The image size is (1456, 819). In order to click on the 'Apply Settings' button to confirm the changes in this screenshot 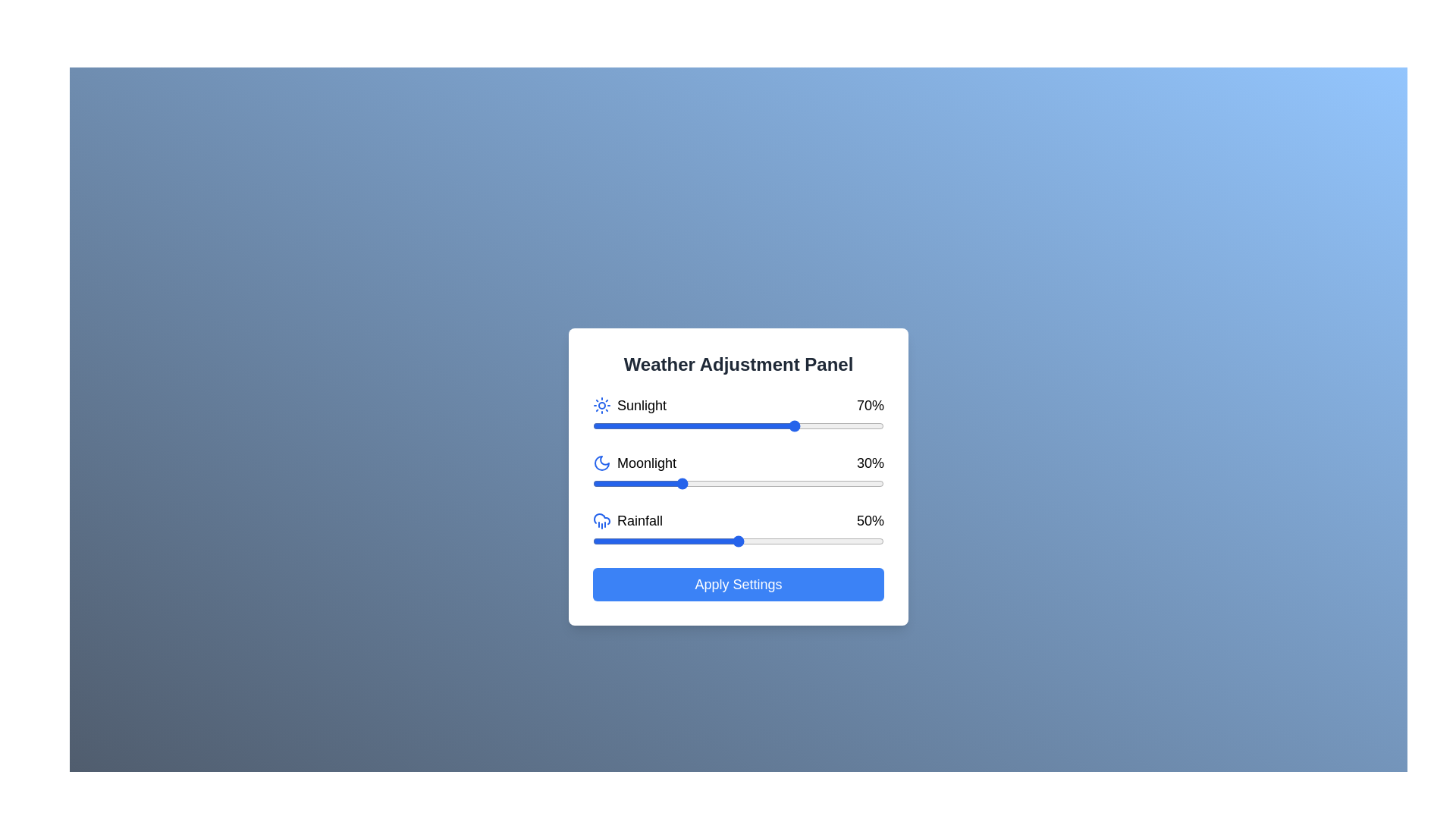, I will do `click(739, 584)`.